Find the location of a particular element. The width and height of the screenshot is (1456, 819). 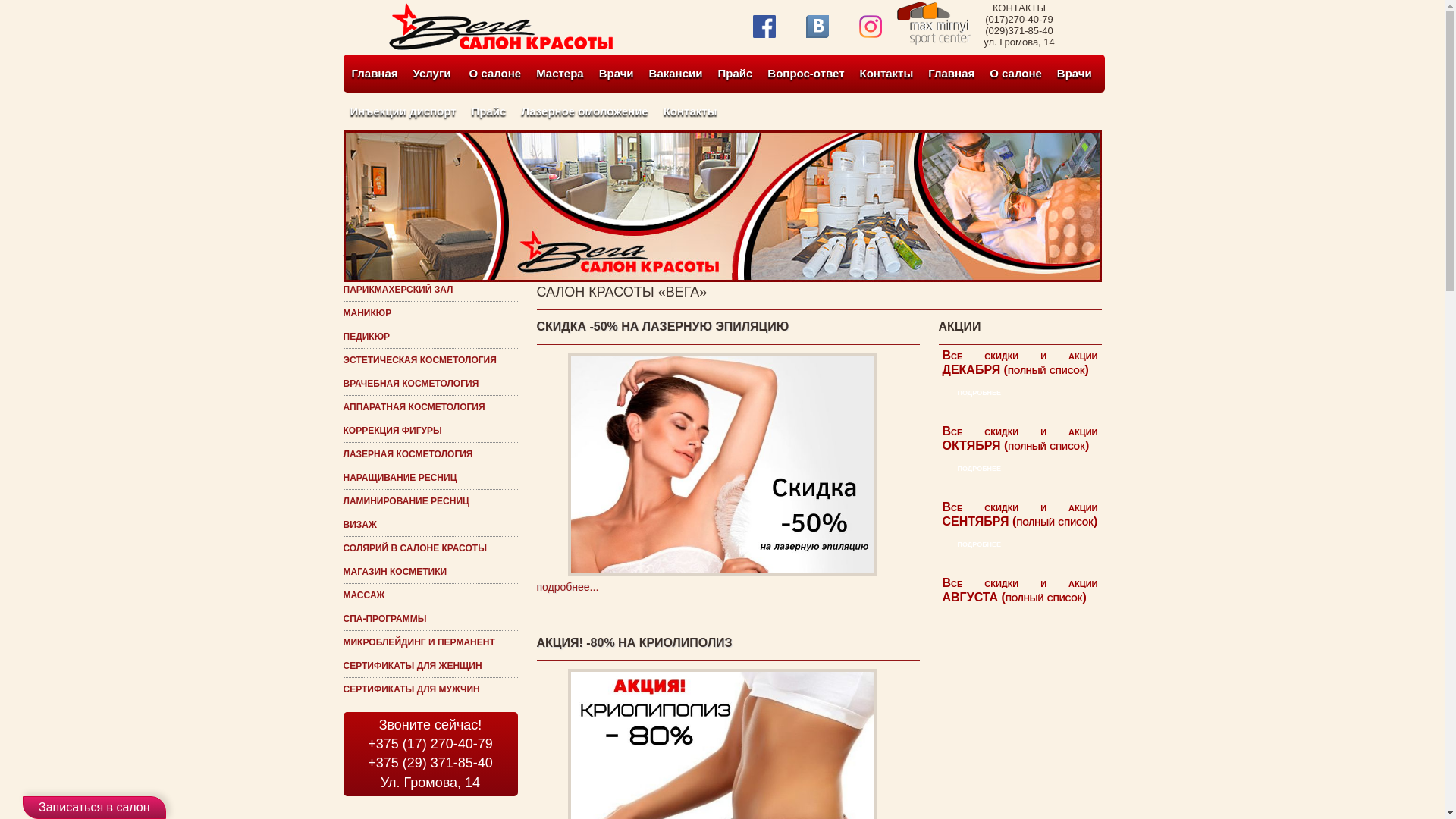

'vegasalon.by' is located at coordinates (500, 45).